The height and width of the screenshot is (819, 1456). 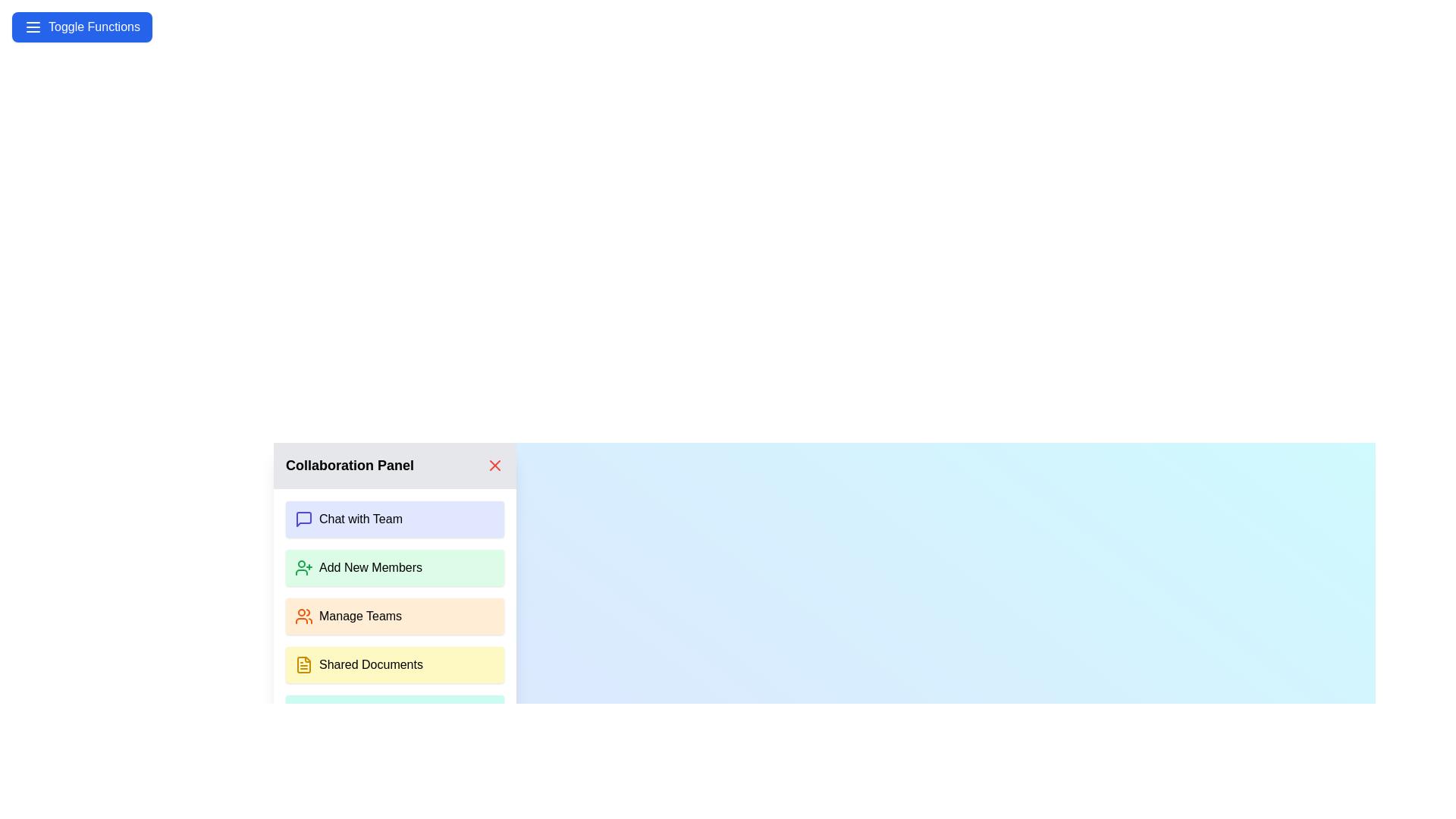 What do you see at coordinates (359, 617) in the screenshot?
I see `static text label indicating the 'Manage Teams' functionality located in the Collaboration Panel, which is the third entry in the vertical list, positioned between 'Add New Members' and 'Shared Documents'` at bounding box center [359, 617].